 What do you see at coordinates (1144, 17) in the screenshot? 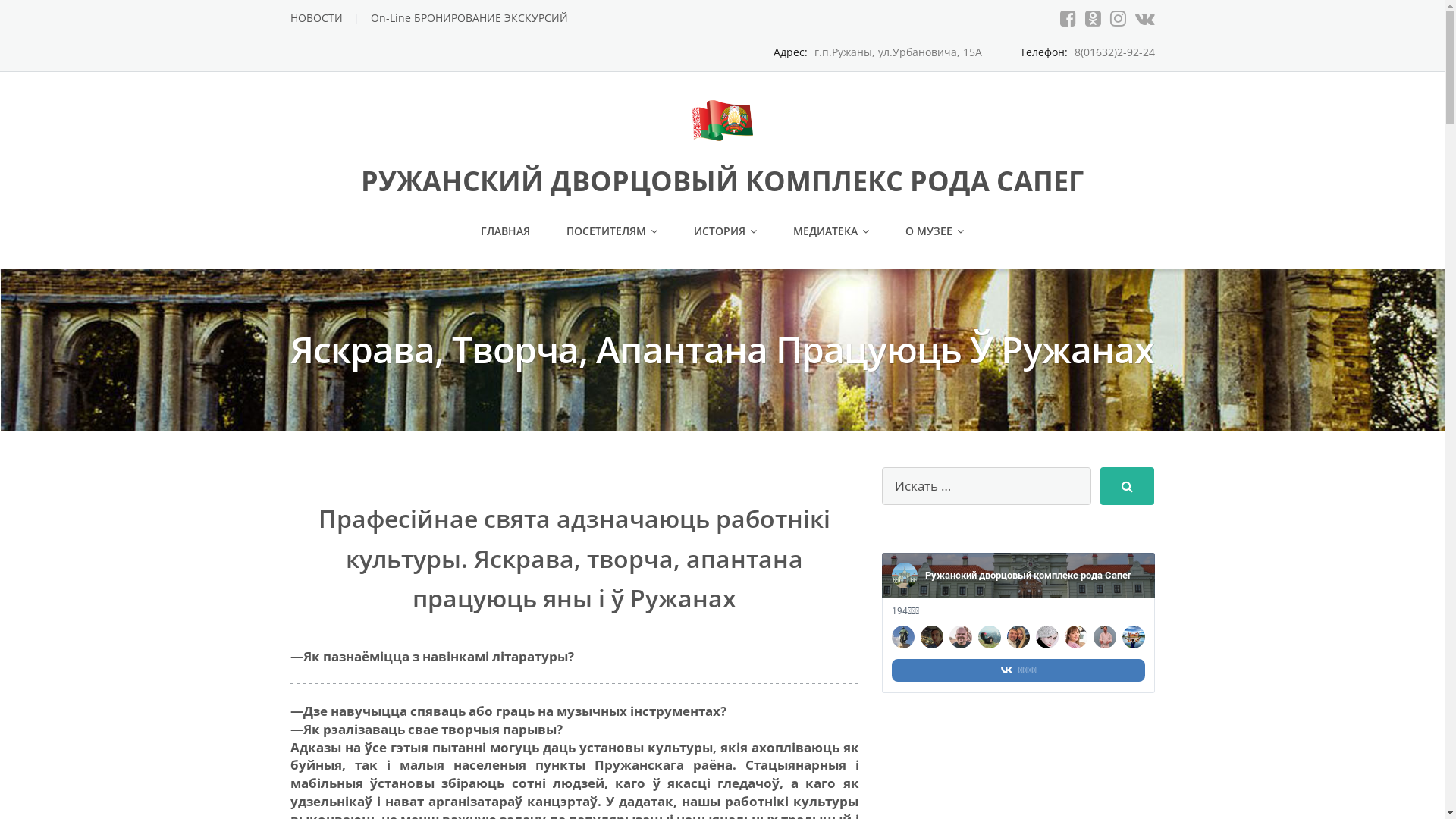
I see `'Vk'` at bounding box center [1144, 17].